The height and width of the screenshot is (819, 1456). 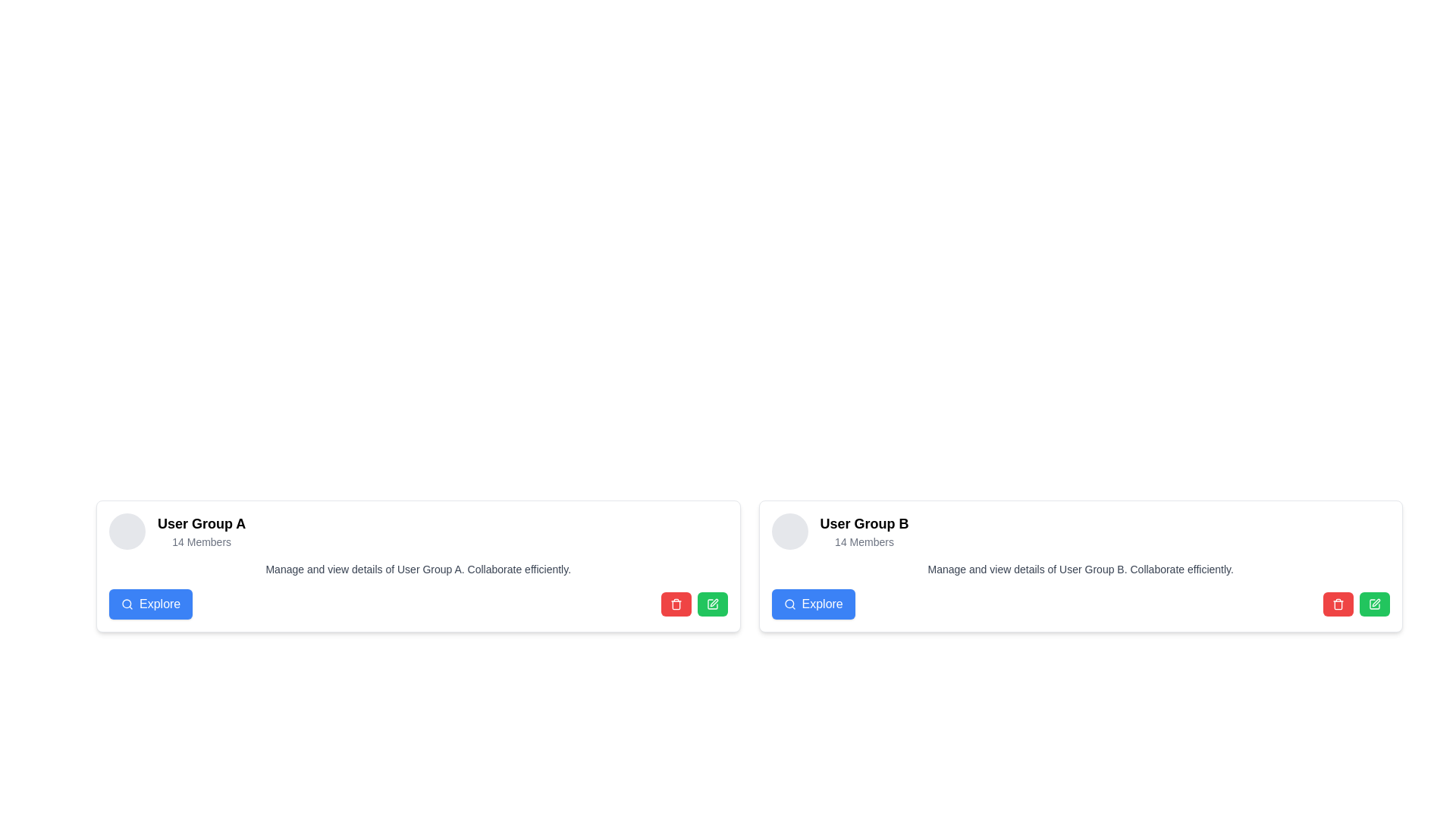 What do you see at coordinates (713, 601) in the screenshot?
I see `the small green pencil icon inside the green edit button located in the bottom-right corner of the card for 'User Group B'` at bounding box center [713, 601].